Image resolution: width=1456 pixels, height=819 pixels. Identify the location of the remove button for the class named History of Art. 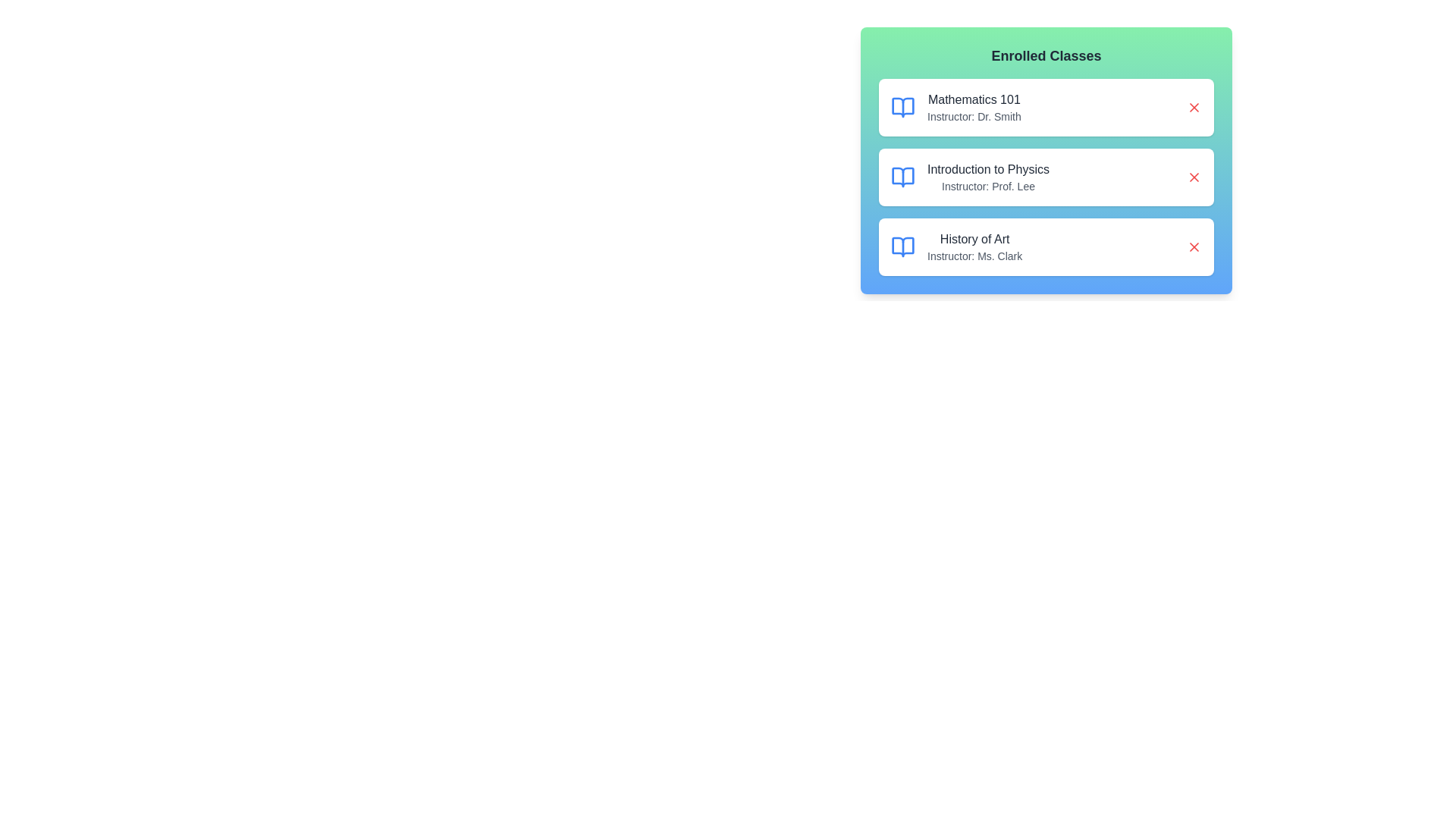
(1193, 246).